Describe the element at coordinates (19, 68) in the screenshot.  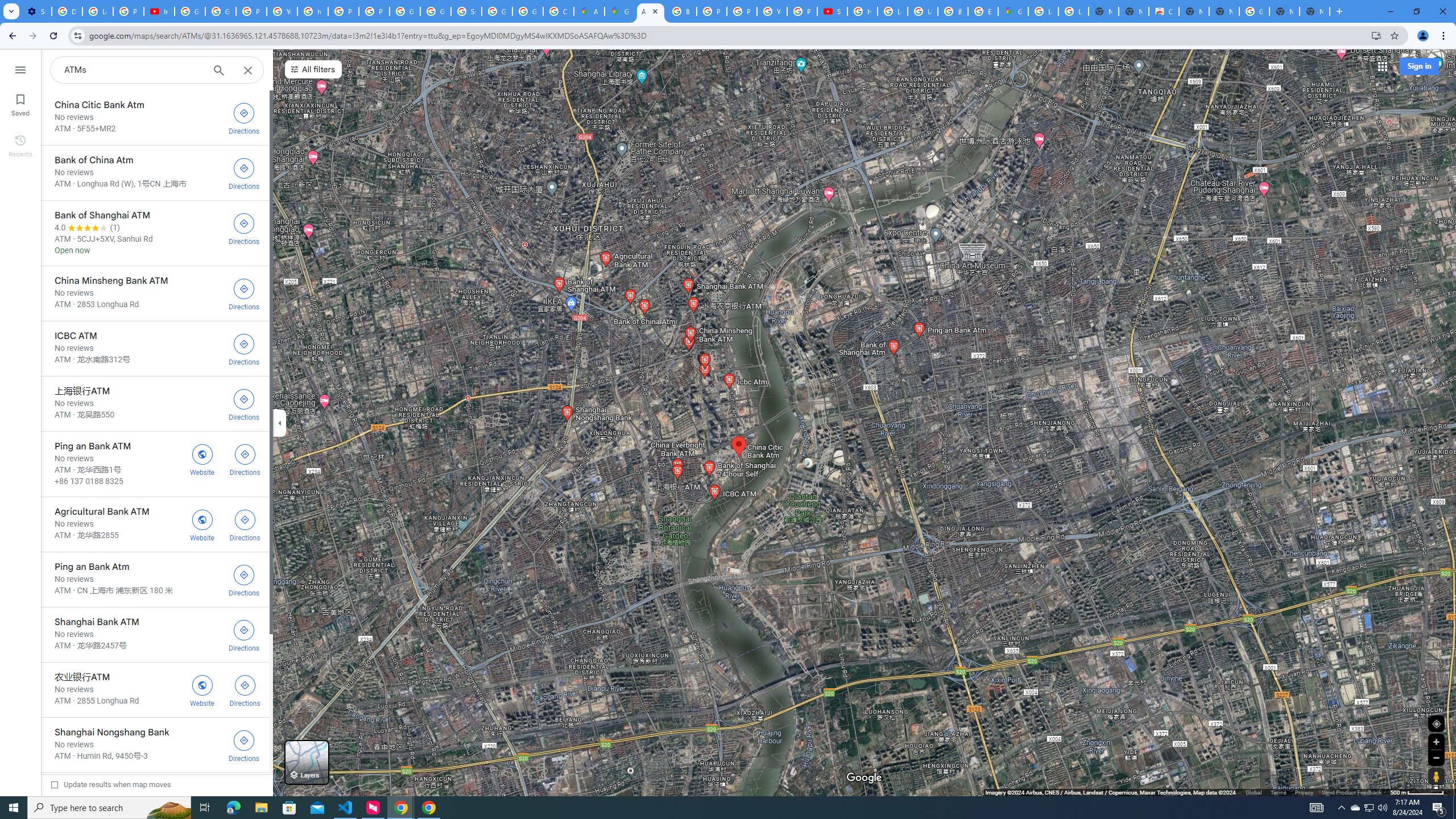
I see `'Menu'` at that location.